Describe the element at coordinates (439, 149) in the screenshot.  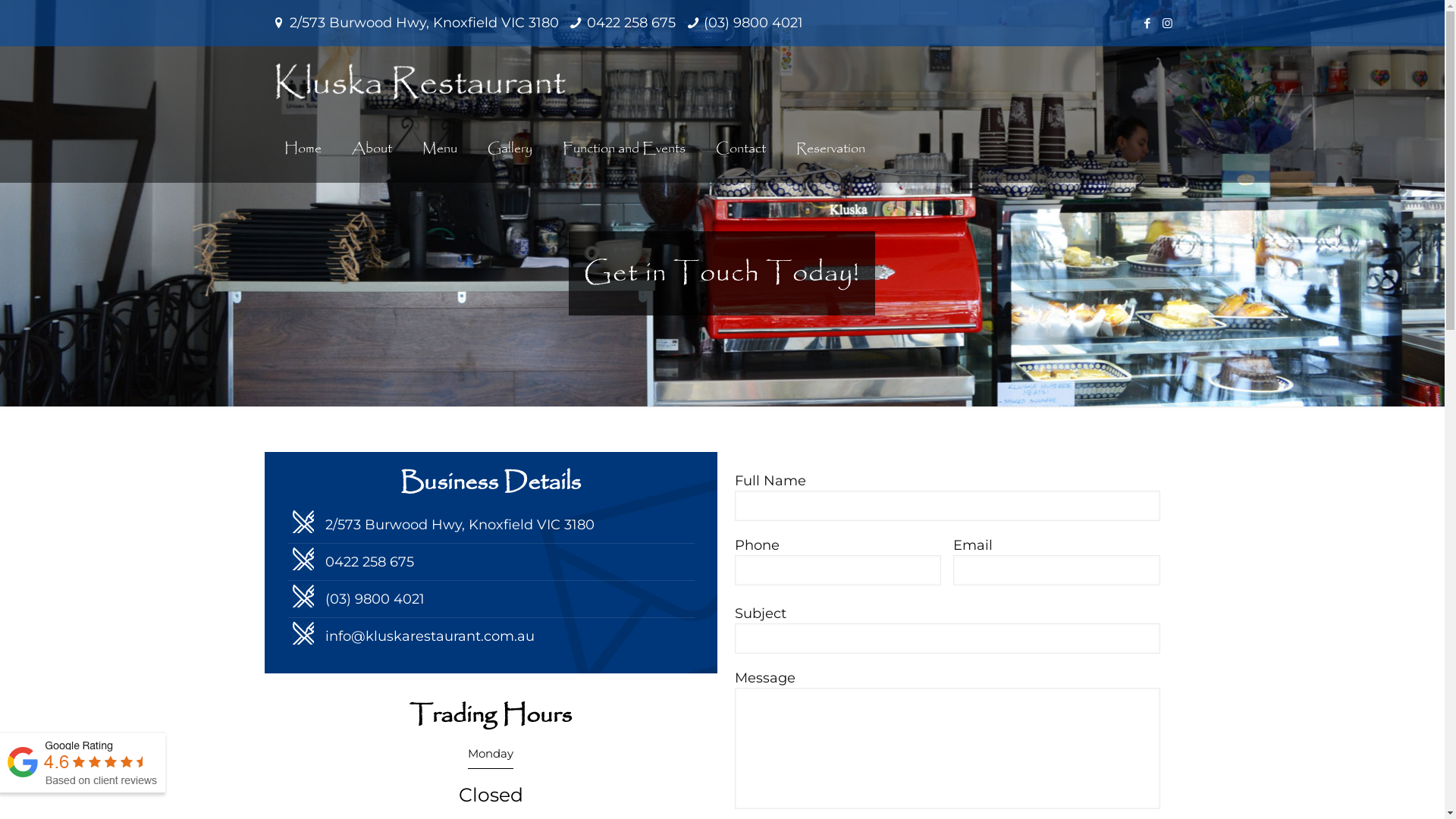
I see `'Menu'` at that location.